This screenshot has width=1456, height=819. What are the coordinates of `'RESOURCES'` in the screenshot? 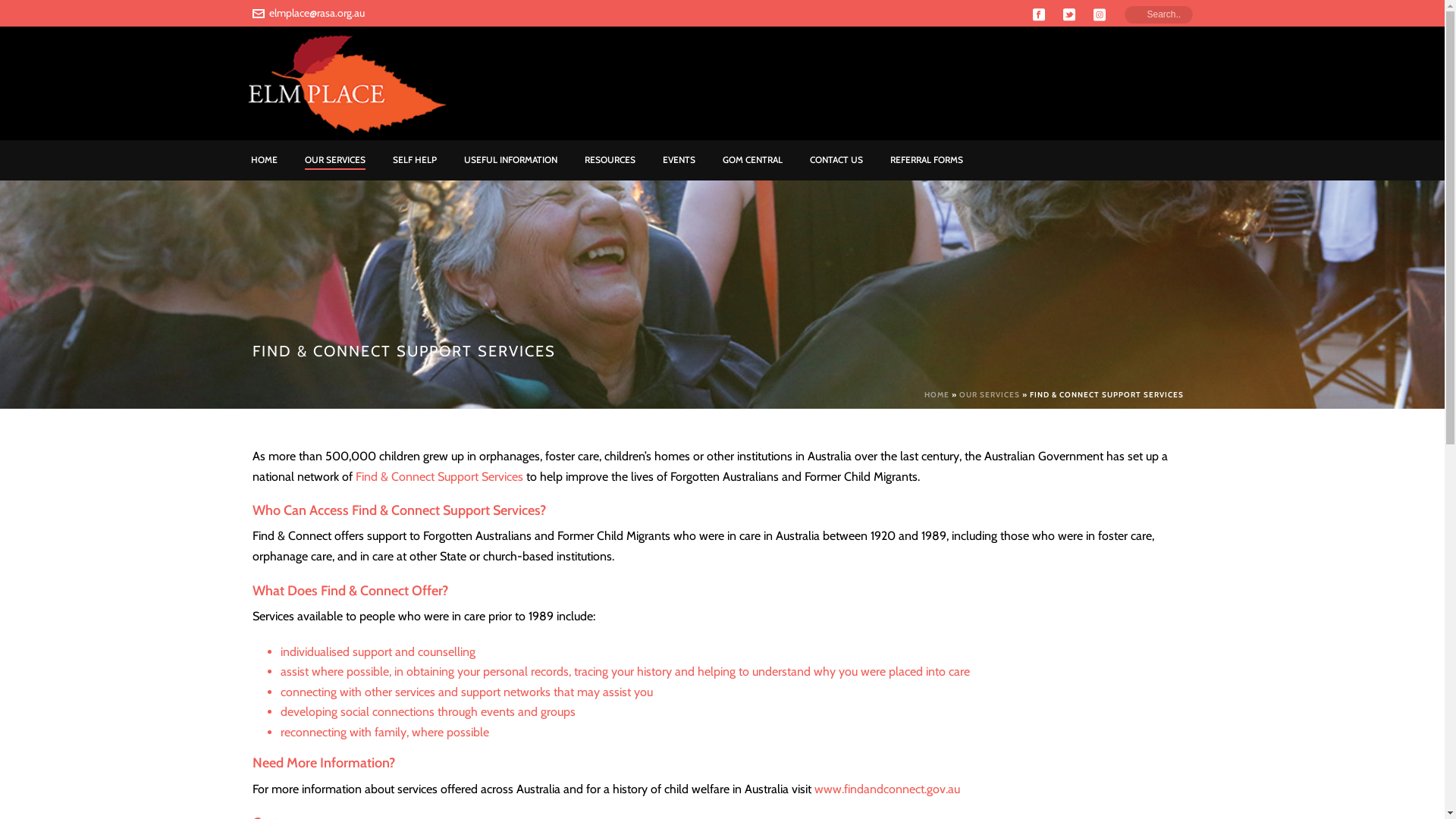 It's located at (609, 160).